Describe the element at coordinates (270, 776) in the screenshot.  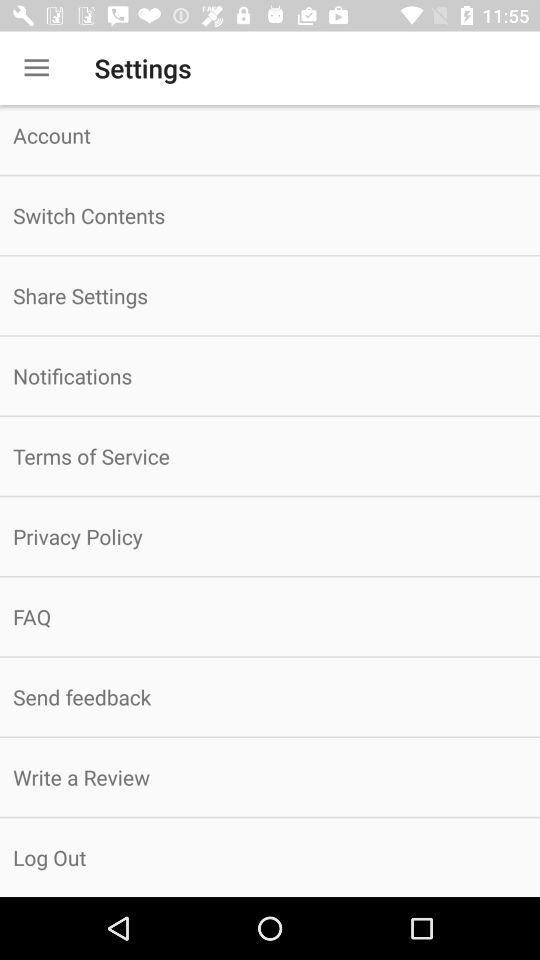
I see `write a review` at that location.